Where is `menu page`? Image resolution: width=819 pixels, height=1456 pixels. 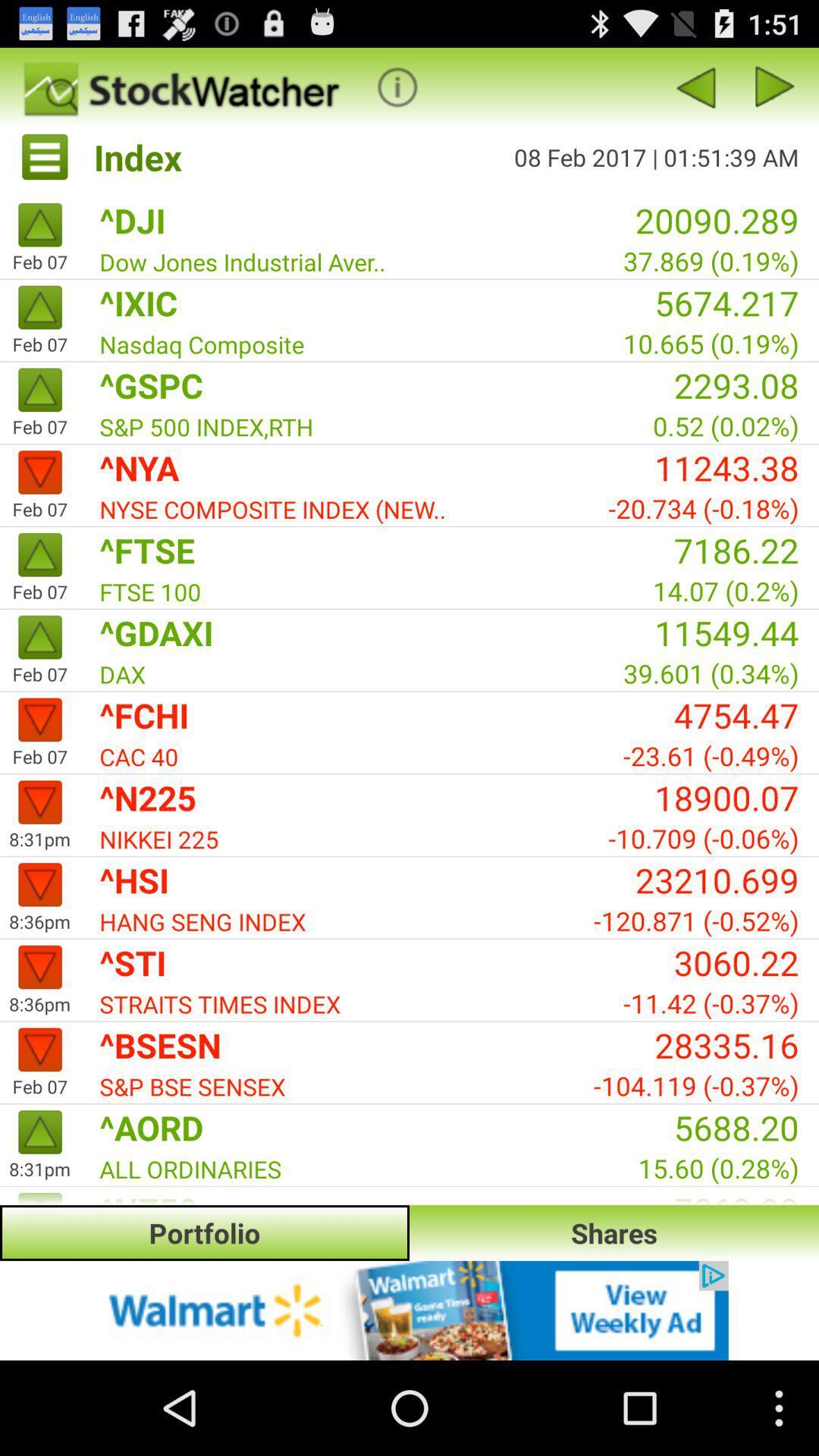 menu page is located at coordinates (775, 86).